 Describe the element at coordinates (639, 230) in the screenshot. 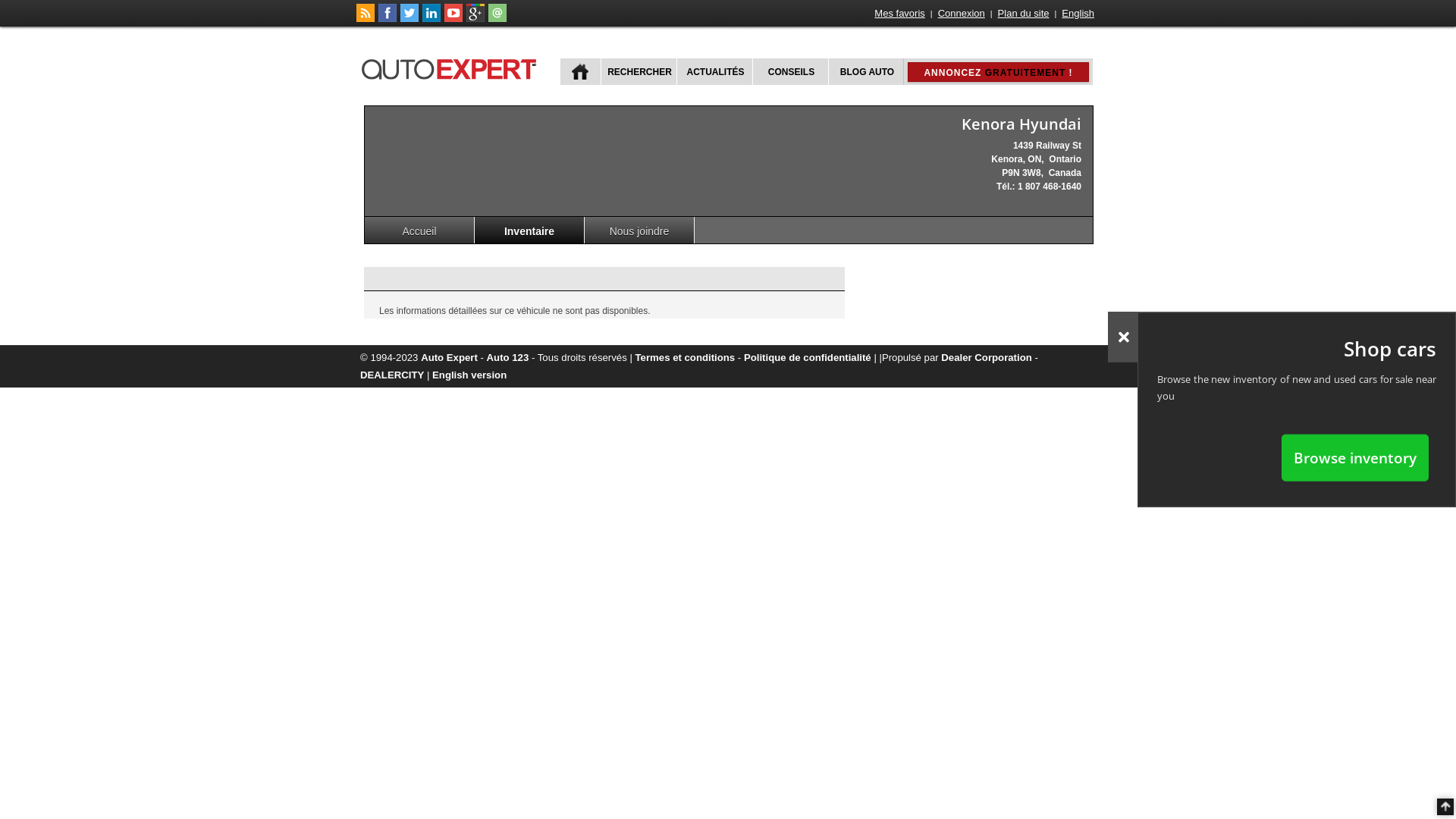

I see `'Nous joindre'` at that location.